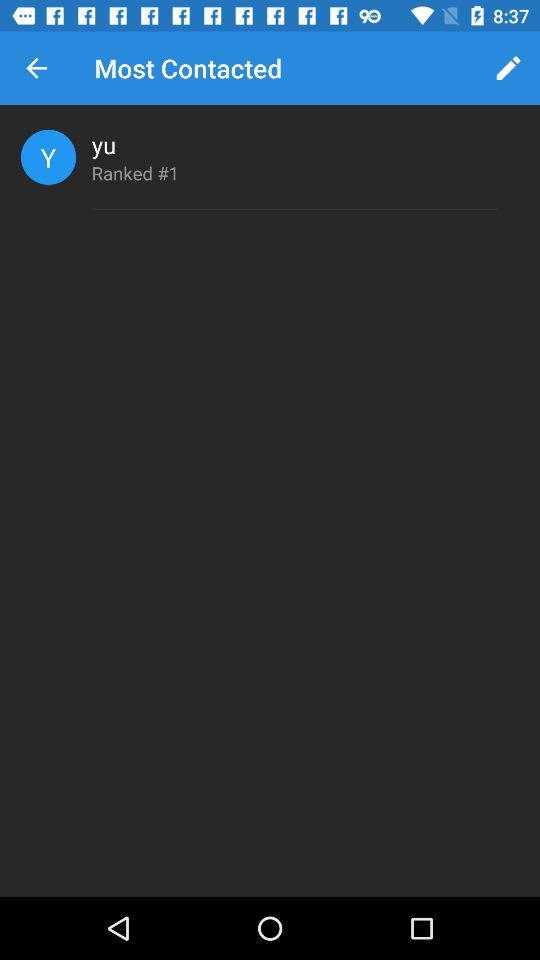  I want to click on the icon to the left of most contacted item, so click(36, 68).